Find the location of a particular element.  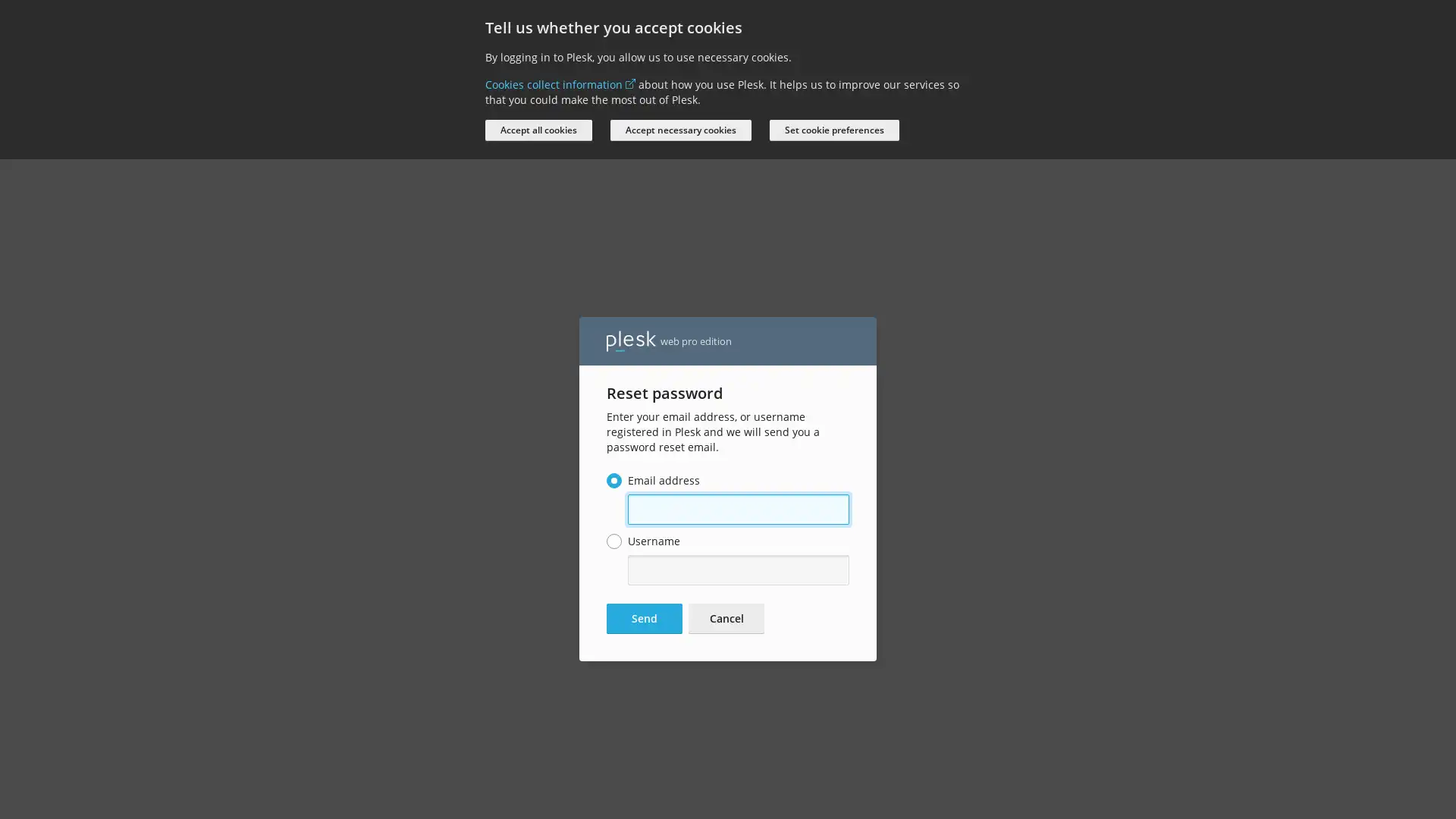

Set cookie preferences is located at coordinates (833, 130).